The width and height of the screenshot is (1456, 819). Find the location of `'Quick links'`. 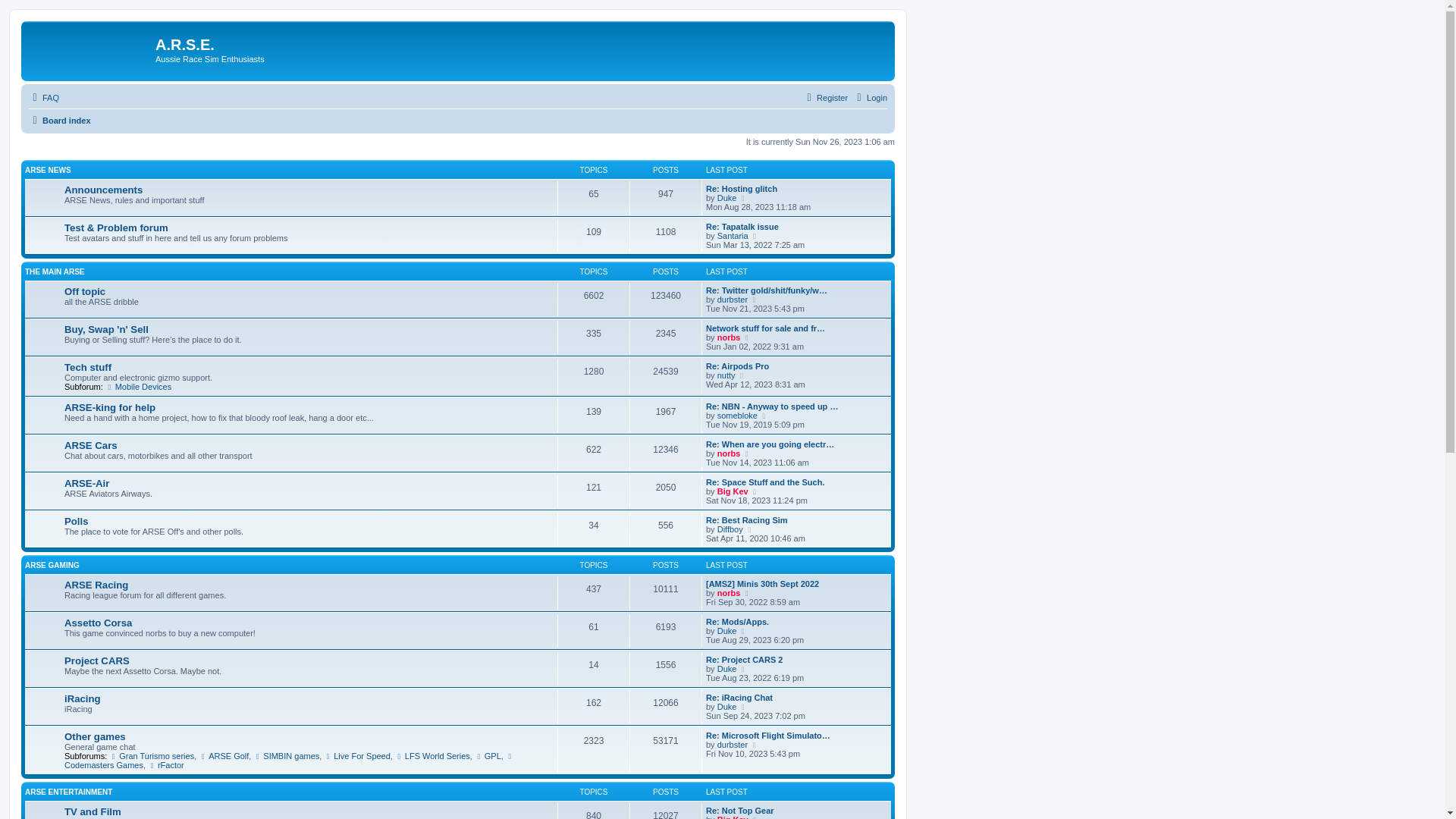

'Quick links' is located at coordinates (64, 118).